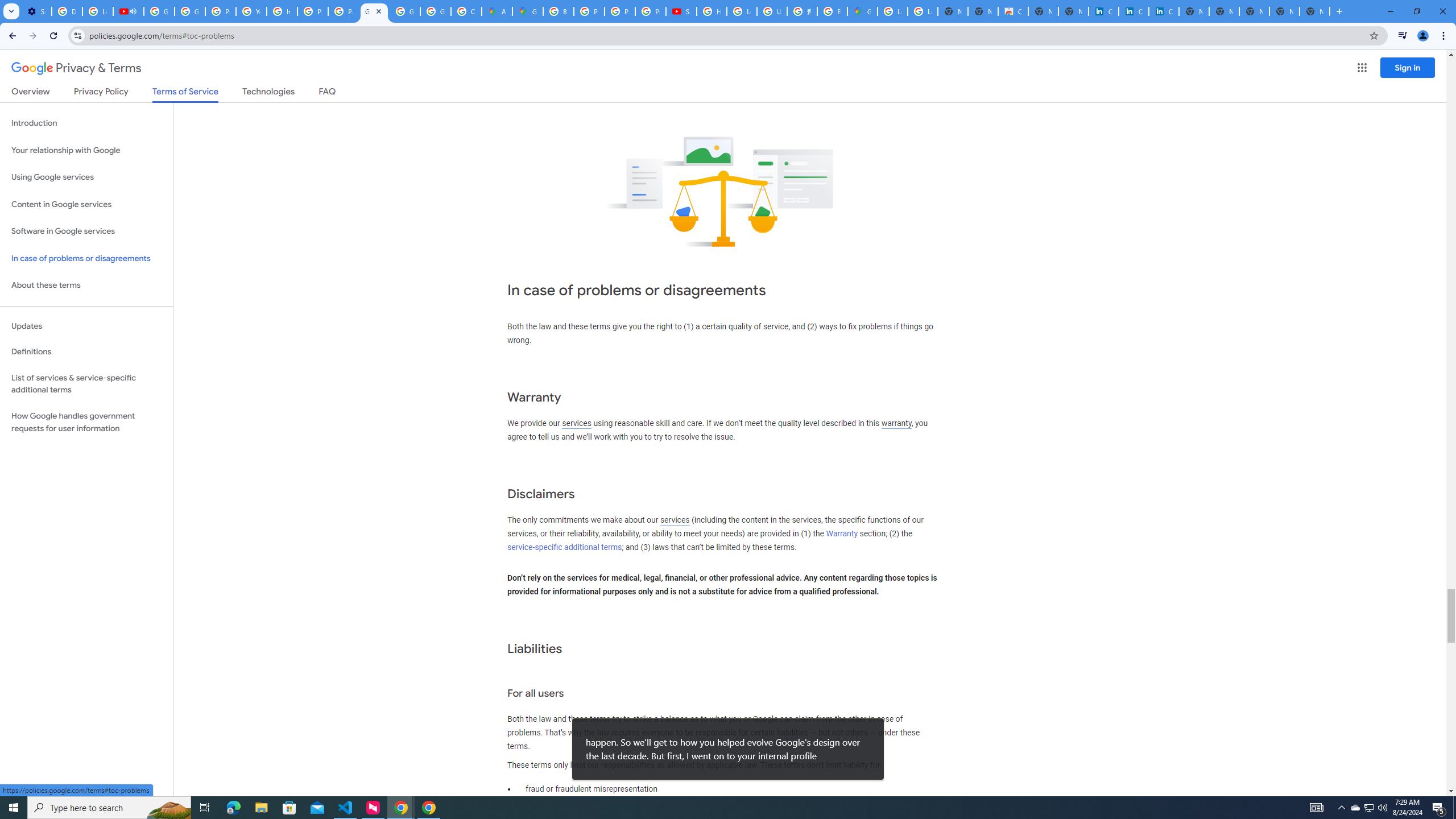 Image resolution: width=1456 pixels, height=819 pixels. What do you see at coordinates (466, 11) in the screenshot?
I see `'Create your Google Account'` at bounding box center [466, 11].